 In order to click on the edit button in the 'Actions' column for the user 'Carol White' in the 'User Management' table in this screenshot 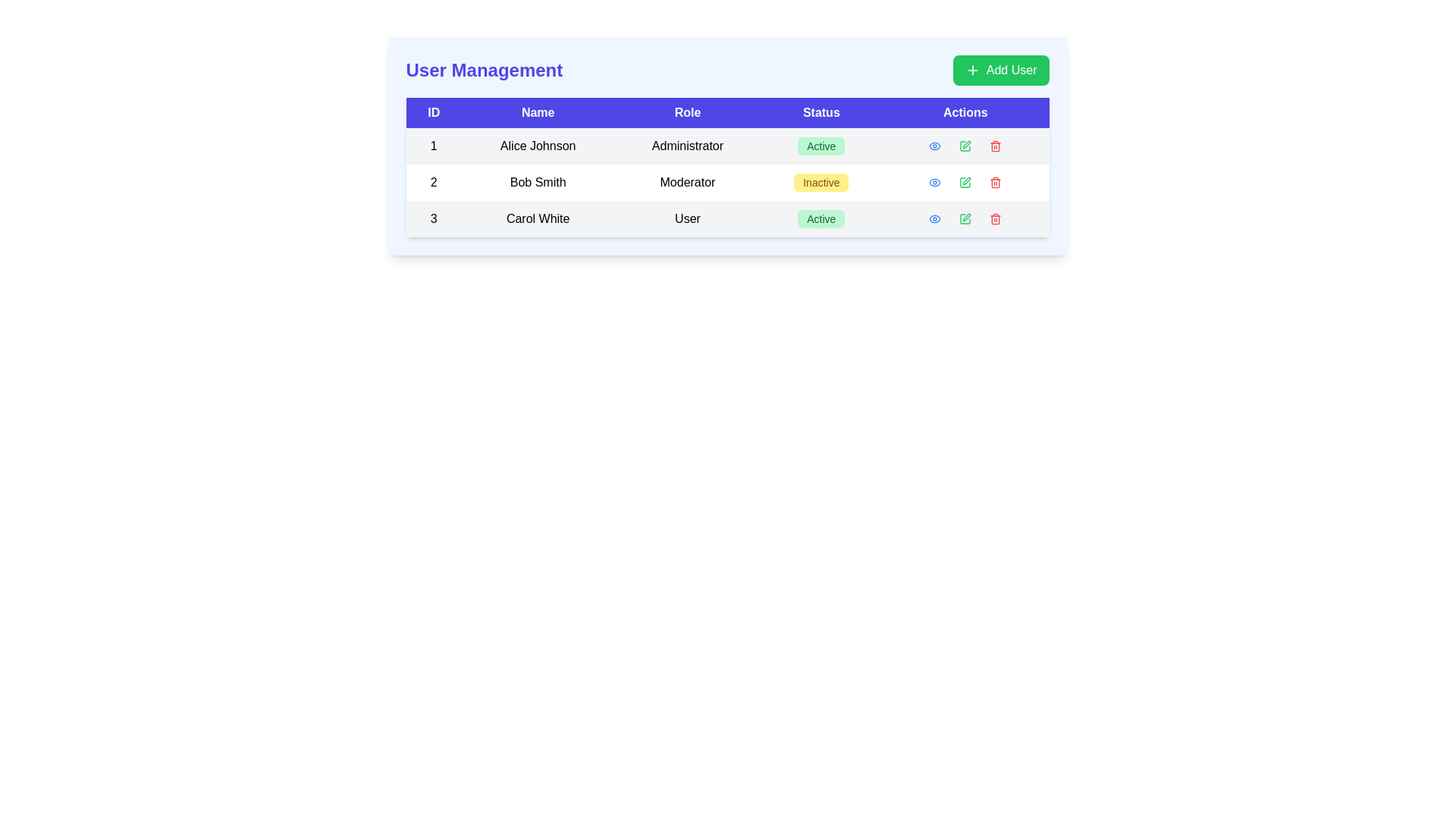, I will do `click(965, 219)`.